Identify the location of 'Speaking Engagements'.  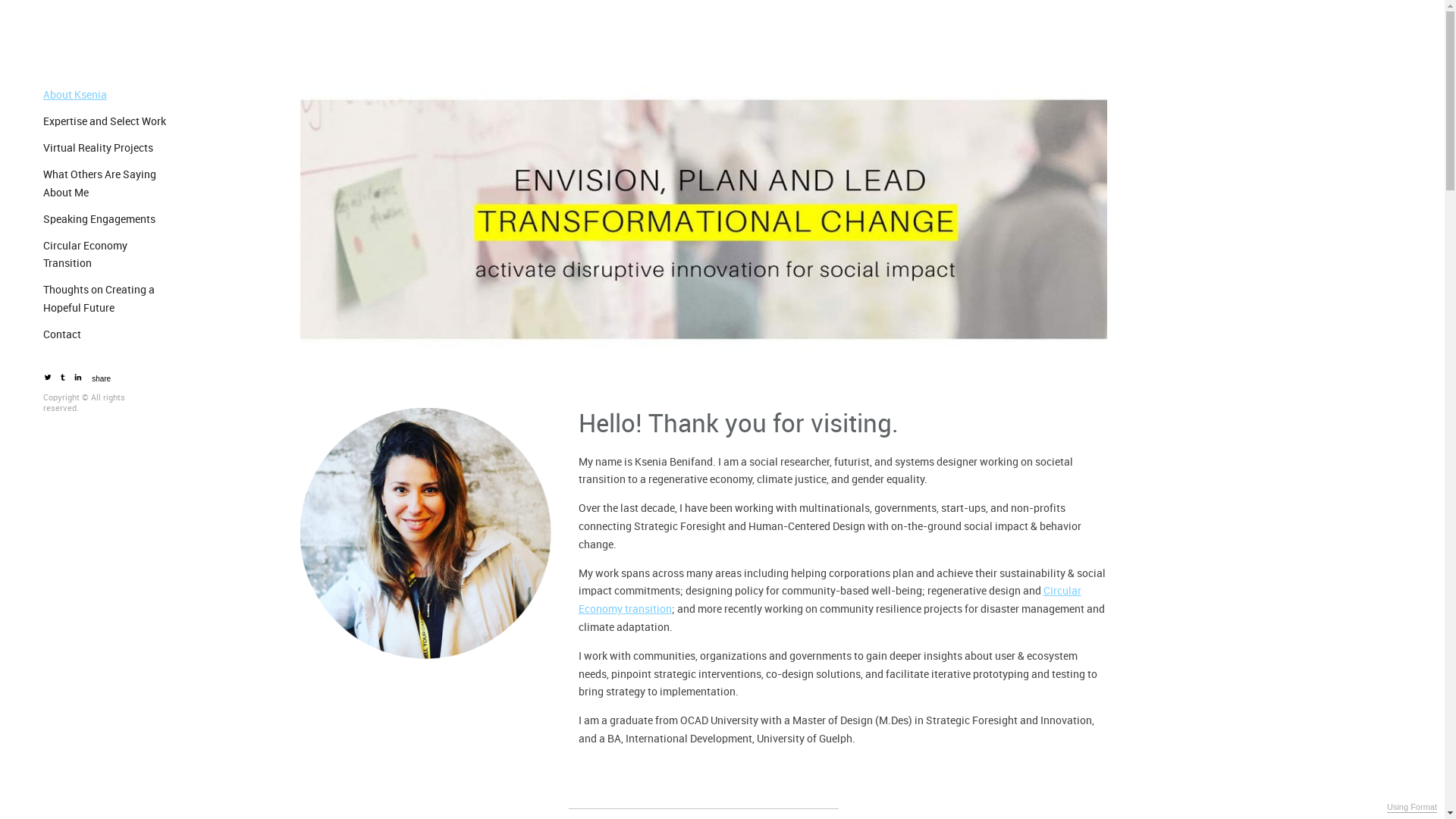
(101, 219).